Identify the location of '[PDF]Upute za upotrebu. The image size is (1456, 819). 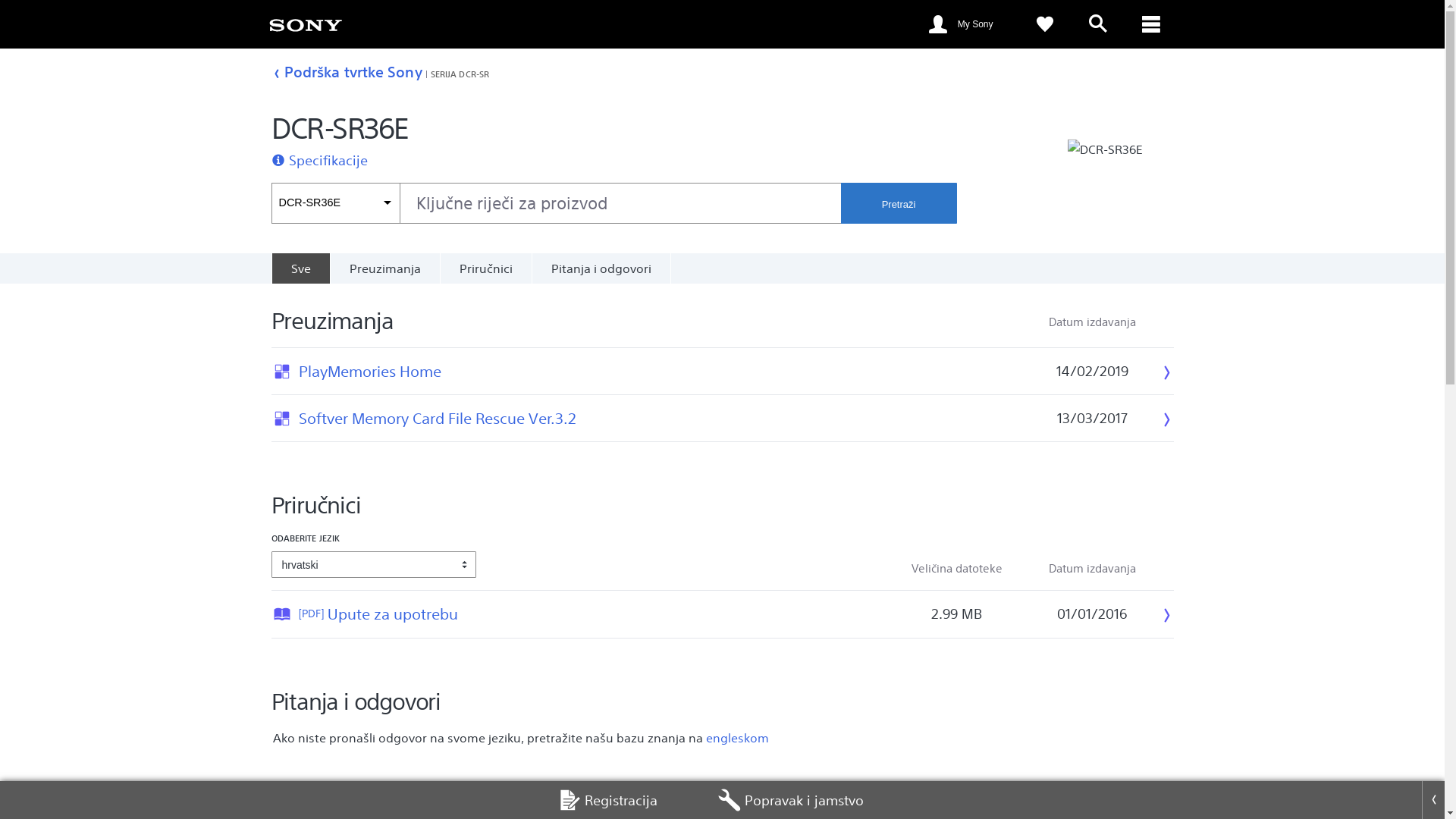
(588, 613).